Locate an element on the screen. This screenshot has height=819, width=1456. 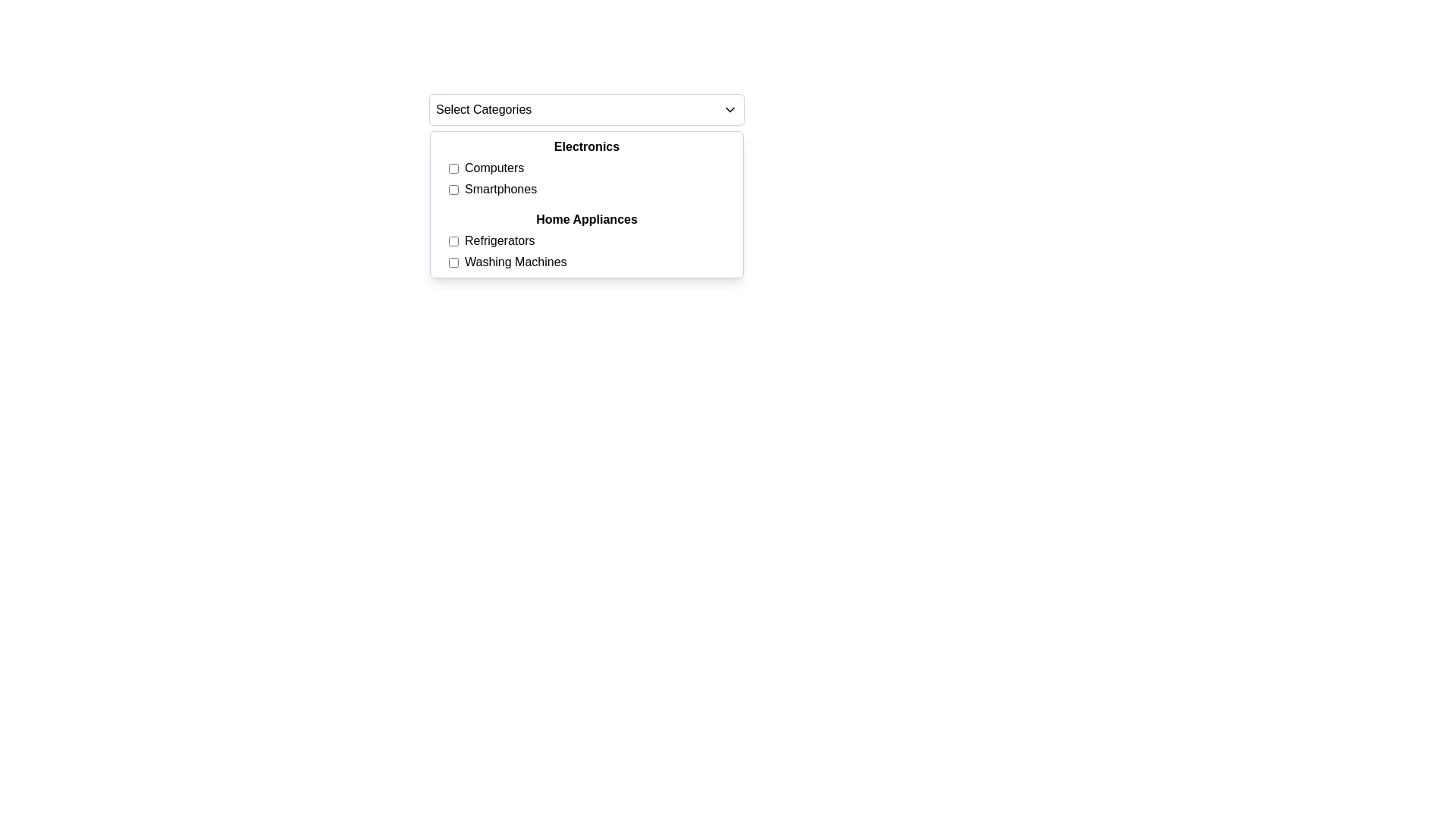
the checkbox for the 'Computers' category, which is positioned to the far-left of the list item under the 'Electronics' dropdown menu is located at coordinates (453, 168).